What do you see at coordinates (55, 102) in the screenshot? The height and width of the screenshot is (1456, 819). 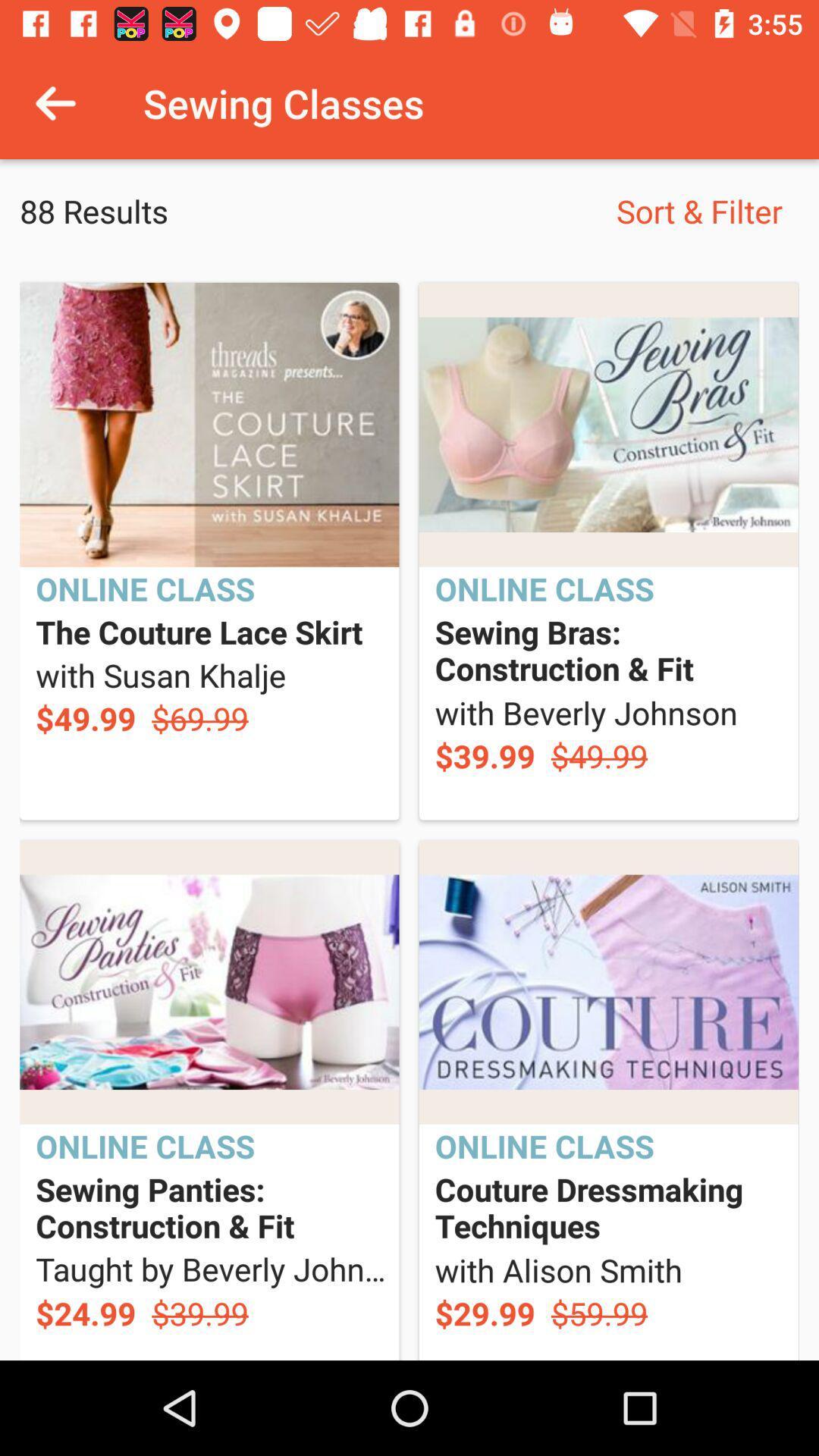 I see `the icon to the left of the sewing classes icon` at bounding box center [55, 102].